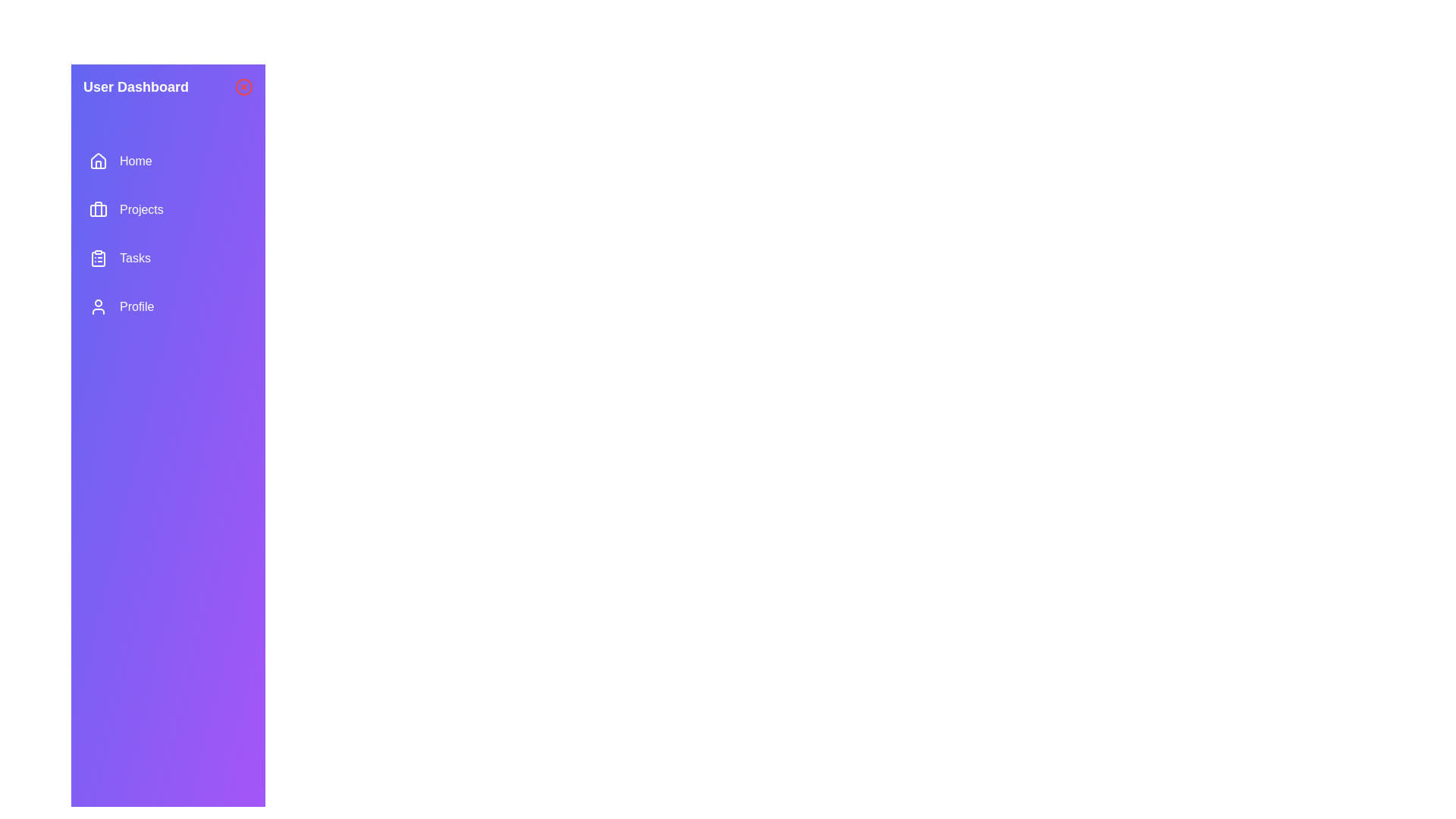 This screenshot has height=819, width=1456. What do you see at coordinates (97, 210) in the screenshot?
I see `the briefcase icon located in the vertical navigation menu to the left of the 'Projects' label` at bounding box center [97, 210].